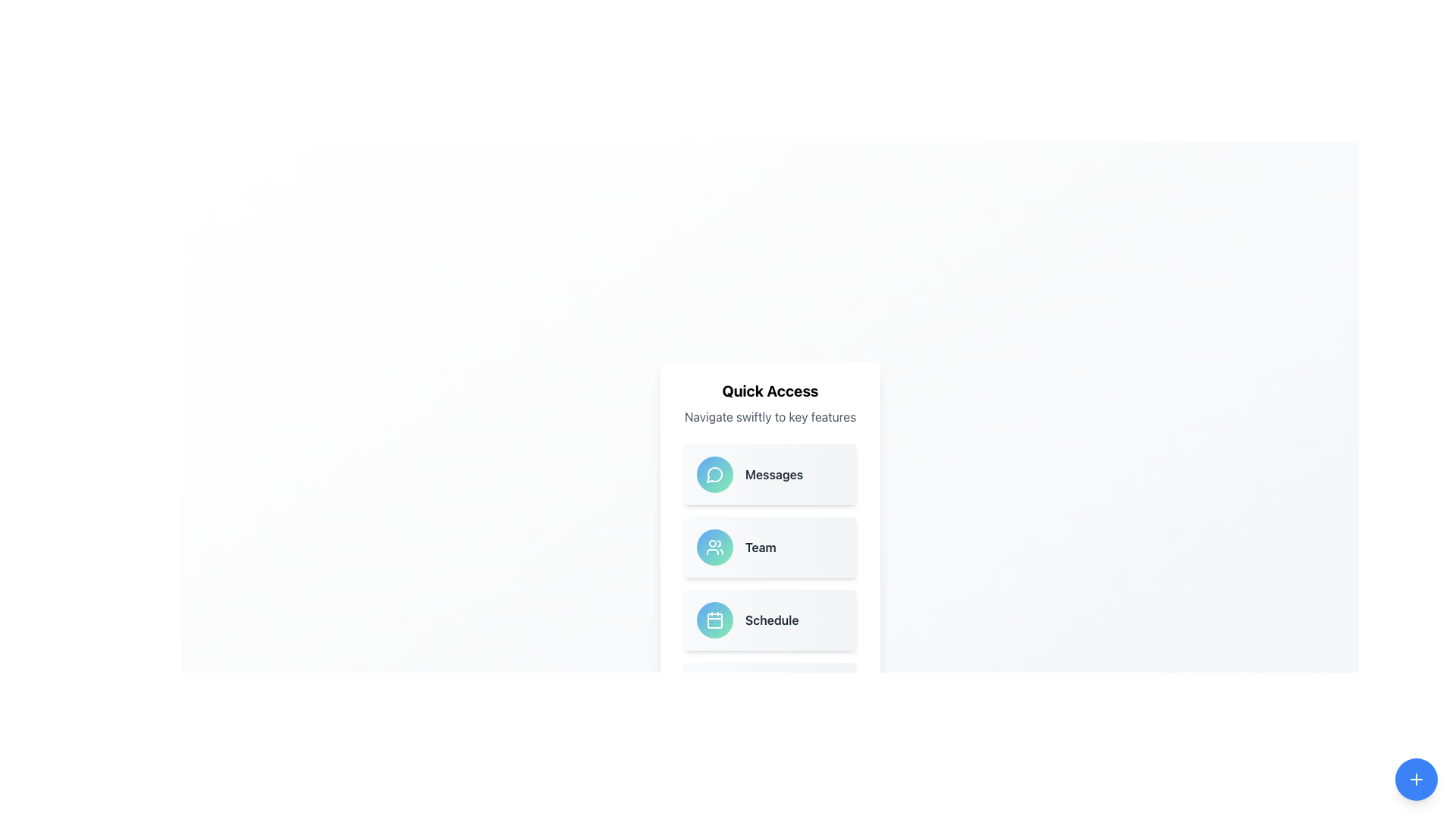  Describe the element at coordinates (714, 474) in the screenshot. I see `the Messages icon element, which features a circular outline and a speech bubble shape, located in the Quick Access section` at that location.